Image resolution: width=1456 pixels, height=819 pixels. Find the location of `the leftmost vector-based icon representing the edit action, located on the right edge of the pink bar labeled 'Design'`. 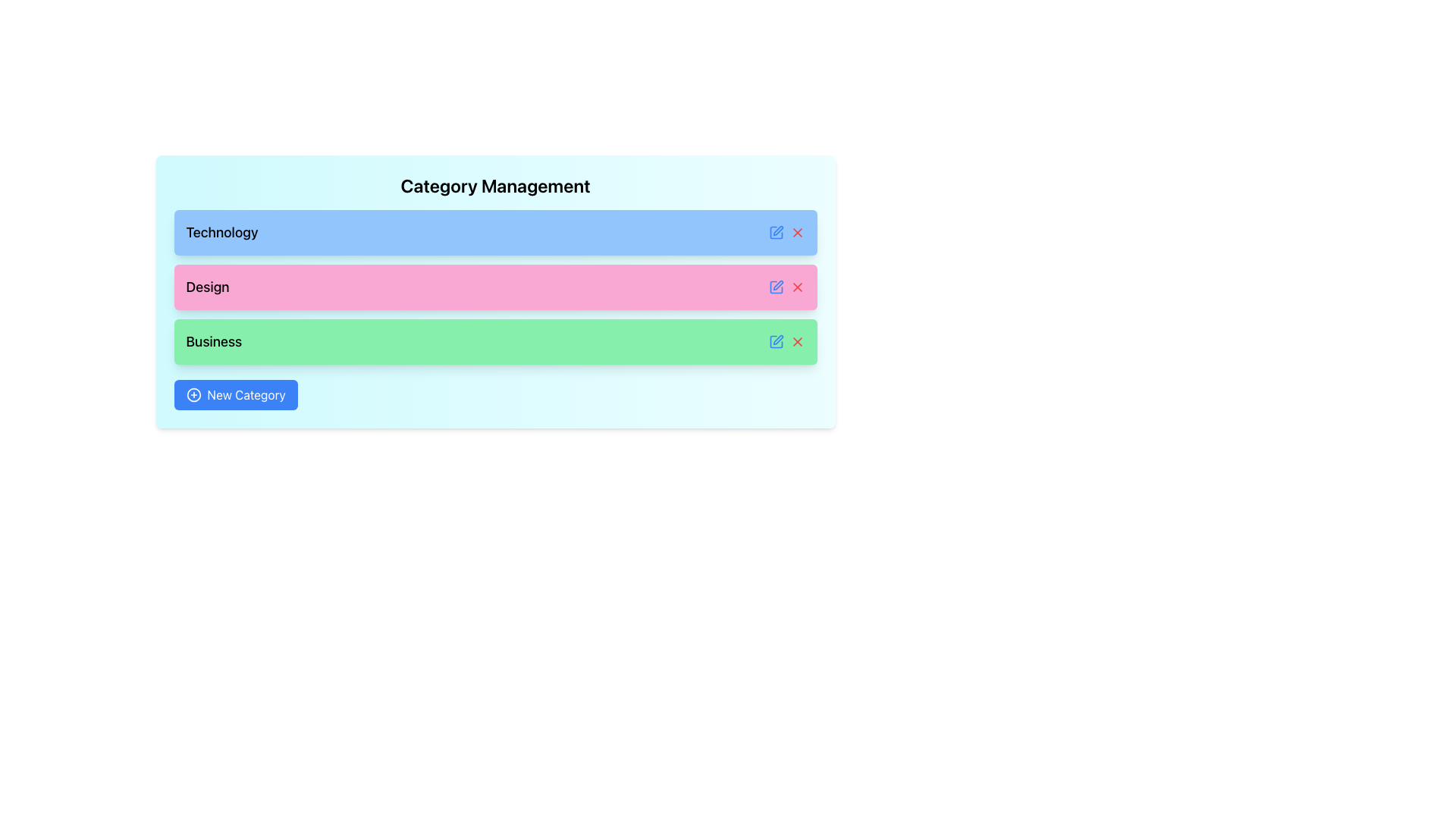

the leftmost vector-based icon representing the edit action, located on the right edge of the pink bar labeled 'Design' is located at coordinates (776, 287).